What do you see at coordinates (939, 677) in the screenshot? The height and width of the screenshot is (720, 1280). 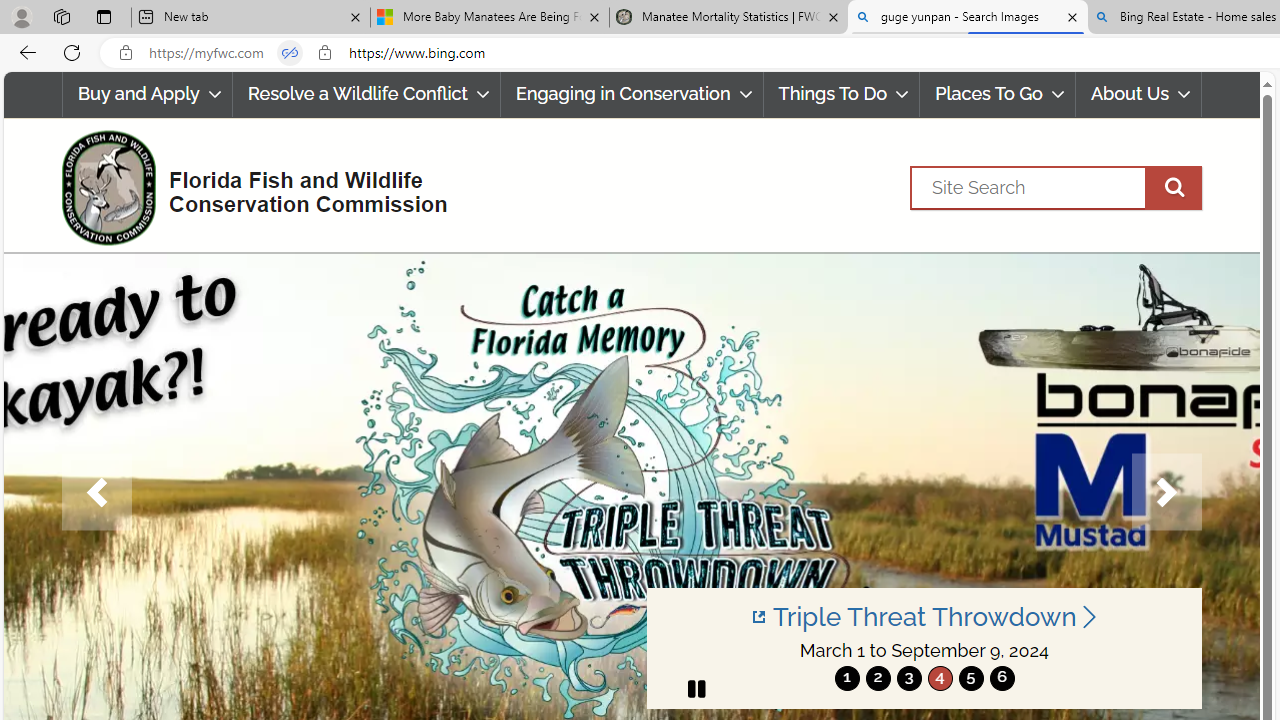 I see `'move to slide 4'` at bounding box center [939, 677].